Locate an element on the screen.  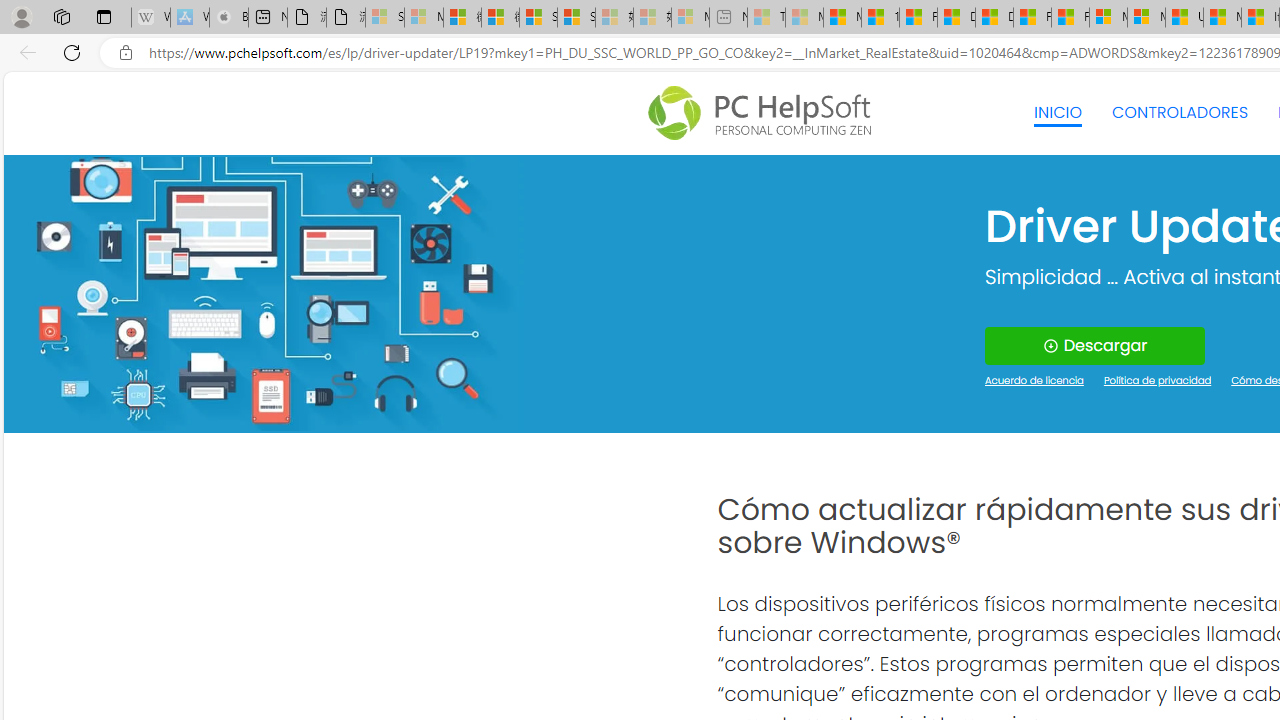
'INICIO' is located at coordinates (1056, 113).